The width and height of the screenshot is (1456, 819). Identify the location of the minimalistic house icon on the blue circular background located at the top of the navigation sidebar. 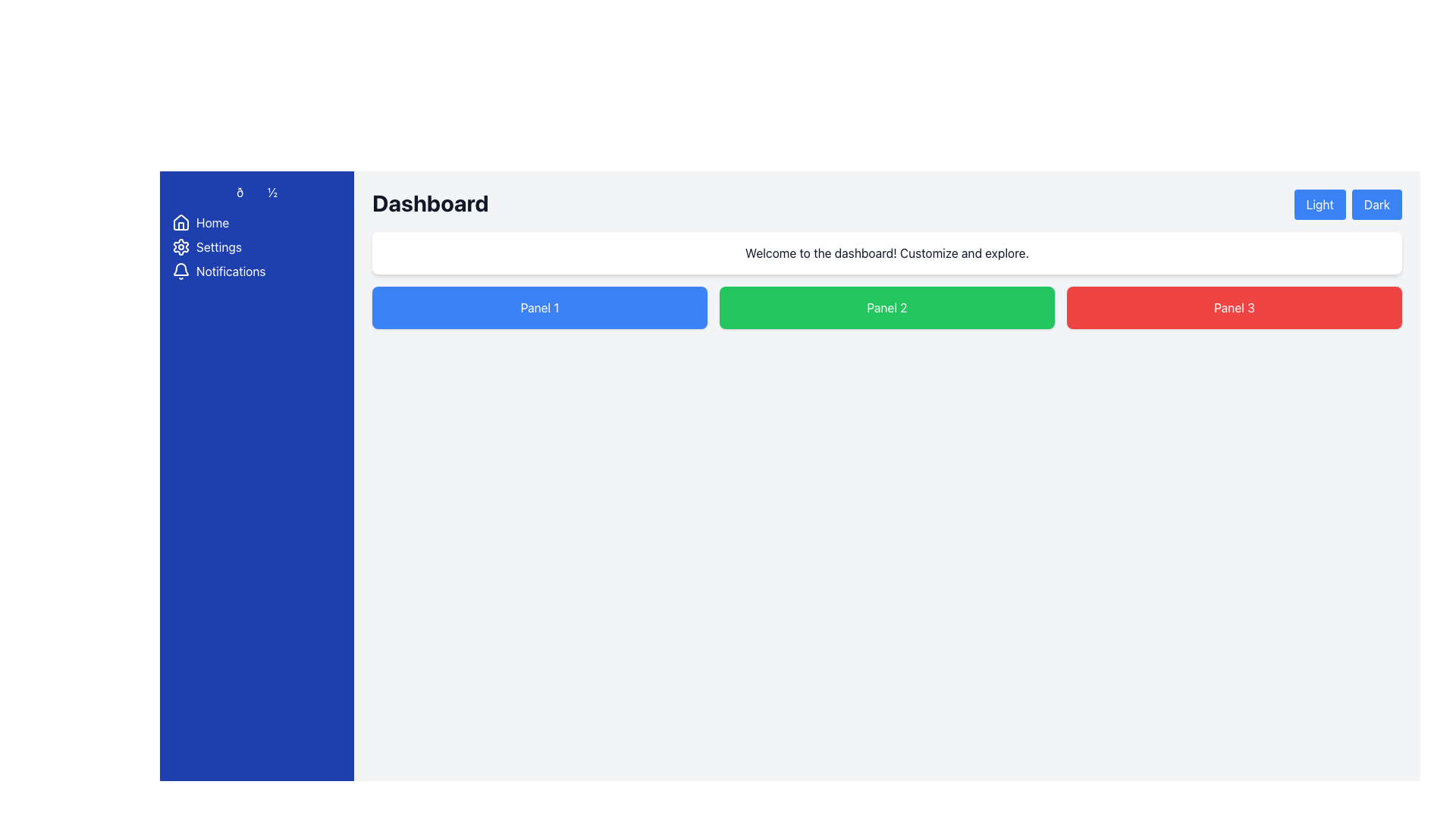
(181, 222).